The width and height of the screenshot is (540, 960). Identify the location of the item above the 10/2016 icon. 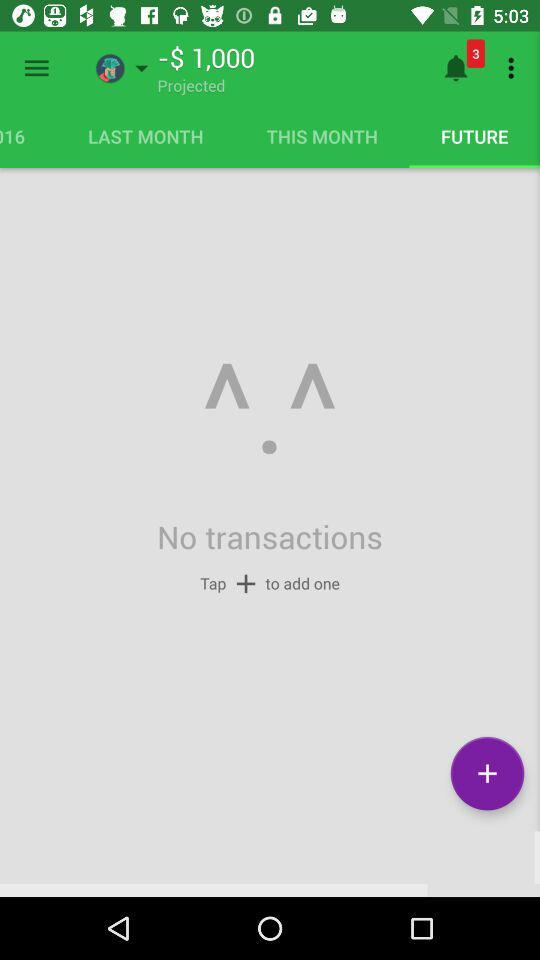
(36, 68).